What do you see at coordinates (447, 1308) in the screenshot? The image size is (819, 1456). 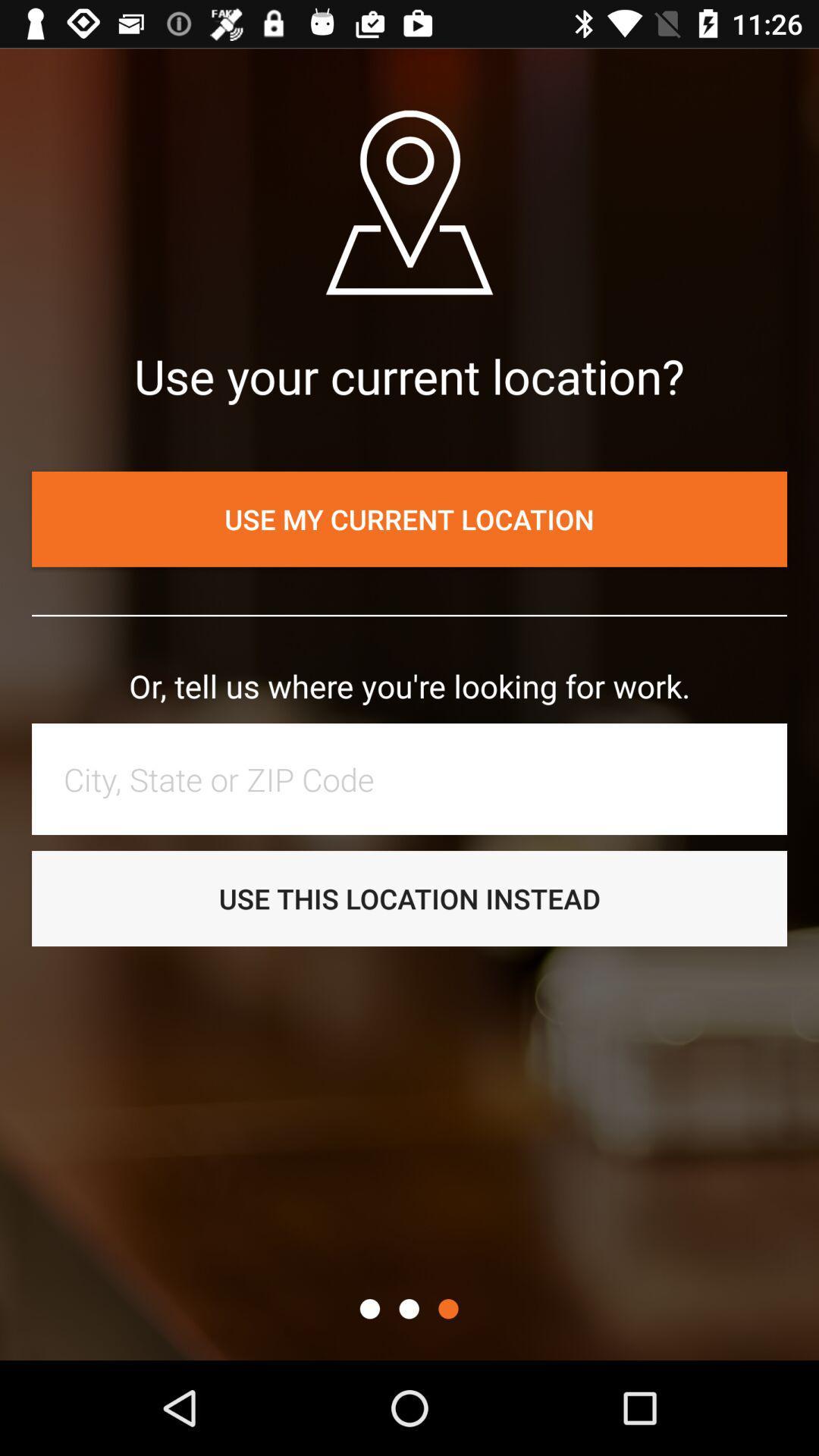 I see `the next page` at bounding box center [447, 1308].